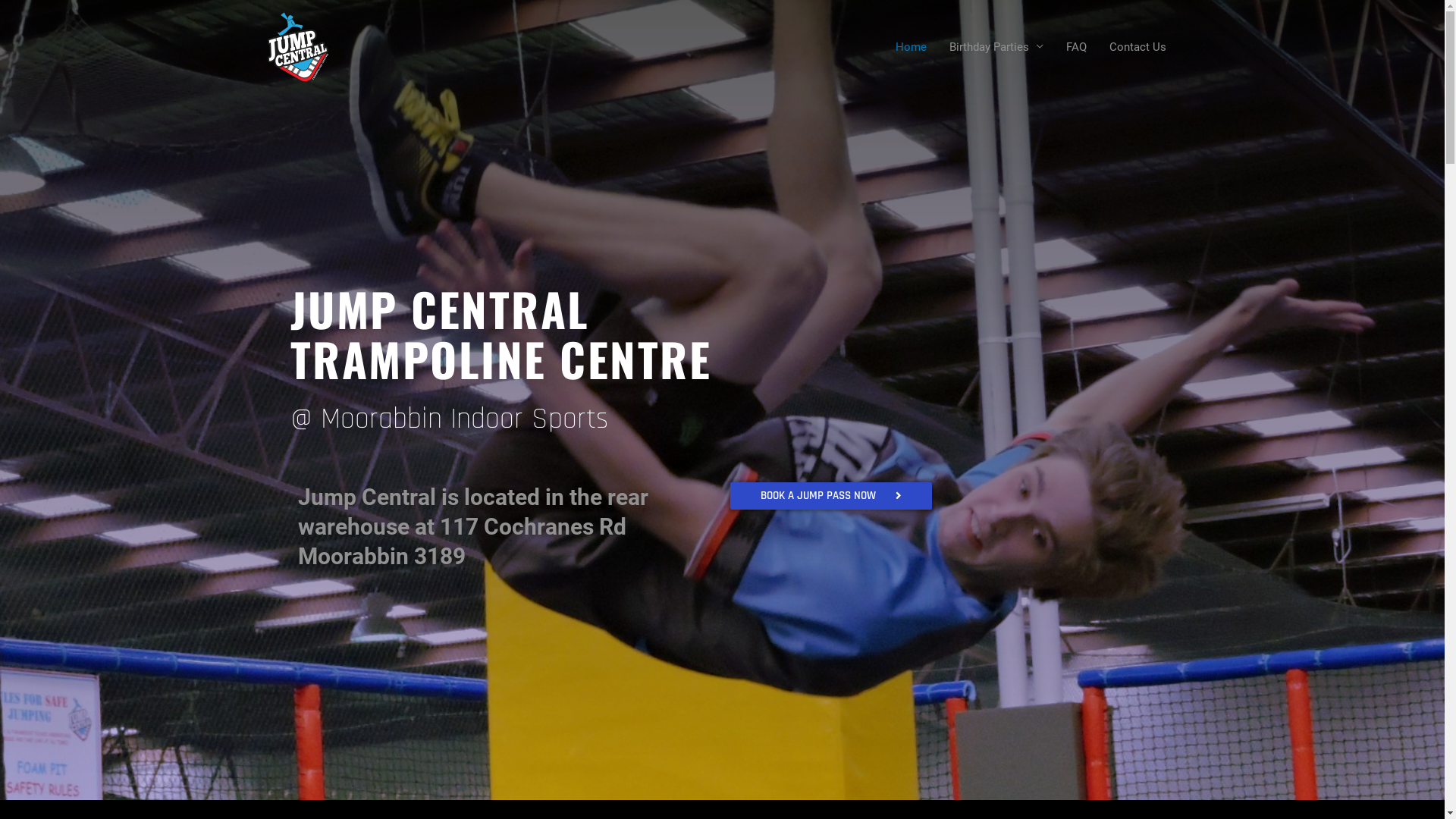  I want to click on 'Contact Us', so click(1137, 45).